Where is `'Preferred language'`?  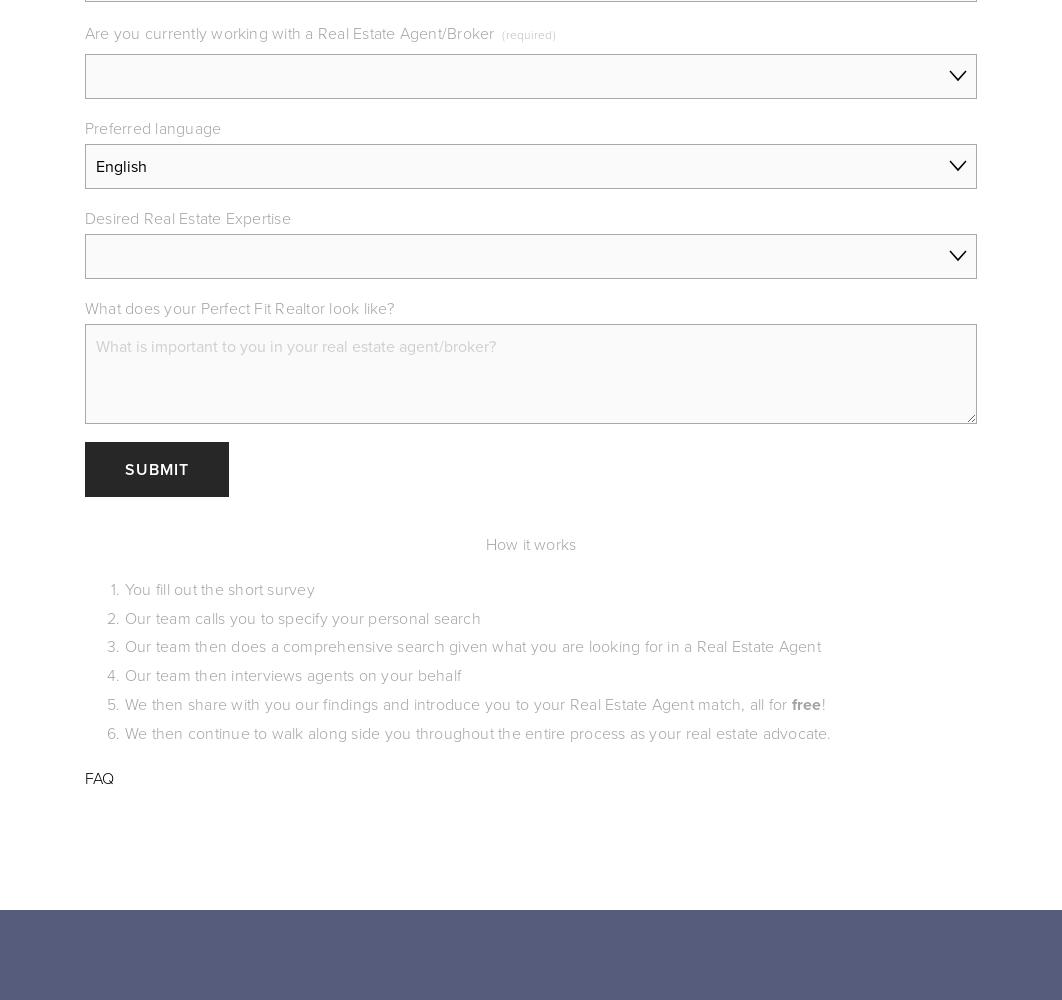
'Preferred language' is located at coordinates (152, 127).